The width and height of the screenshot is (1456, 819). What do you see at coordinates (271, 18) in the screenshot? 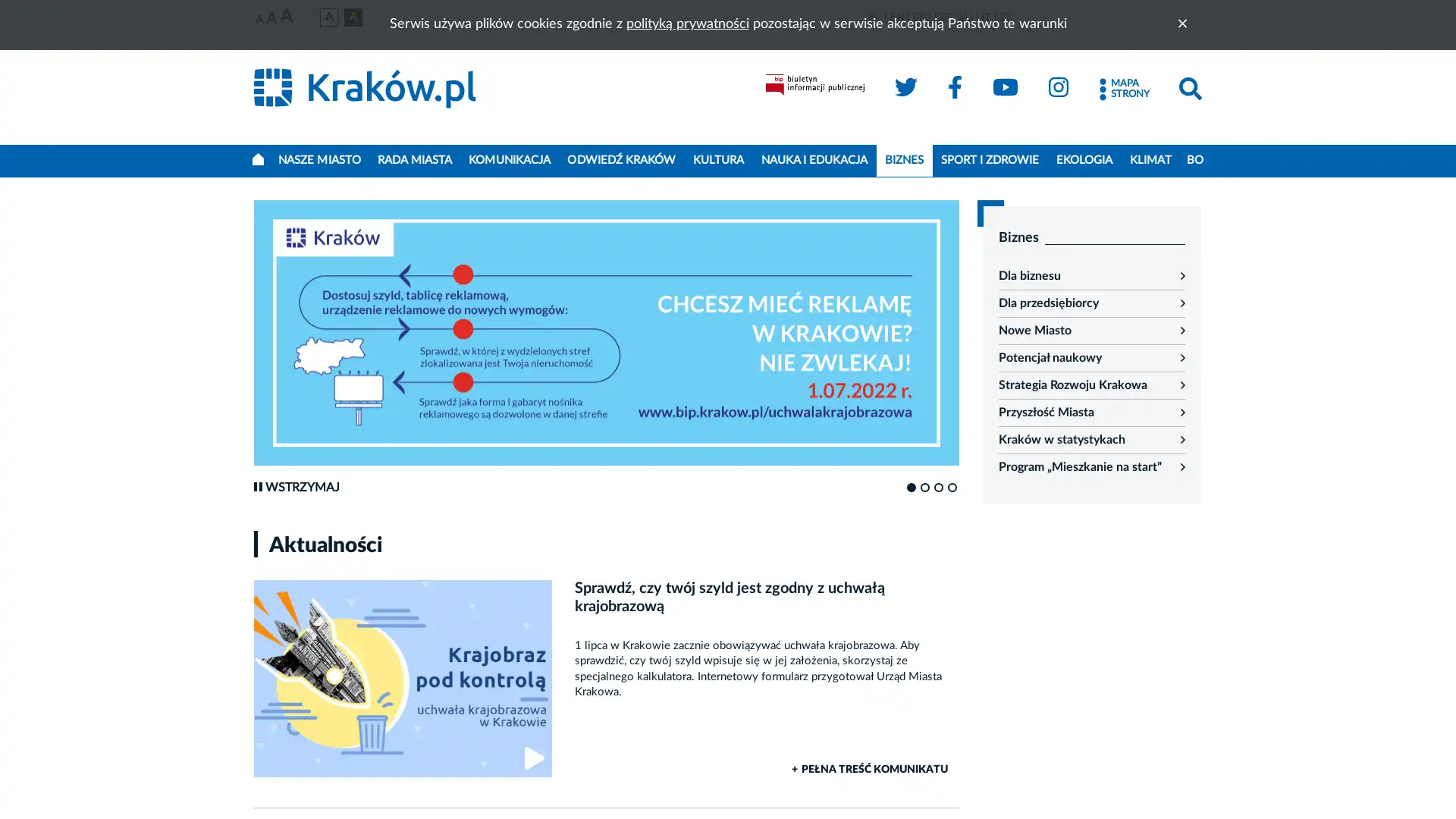
I see `Srednia czcionka` at bounding box center [271, 18].